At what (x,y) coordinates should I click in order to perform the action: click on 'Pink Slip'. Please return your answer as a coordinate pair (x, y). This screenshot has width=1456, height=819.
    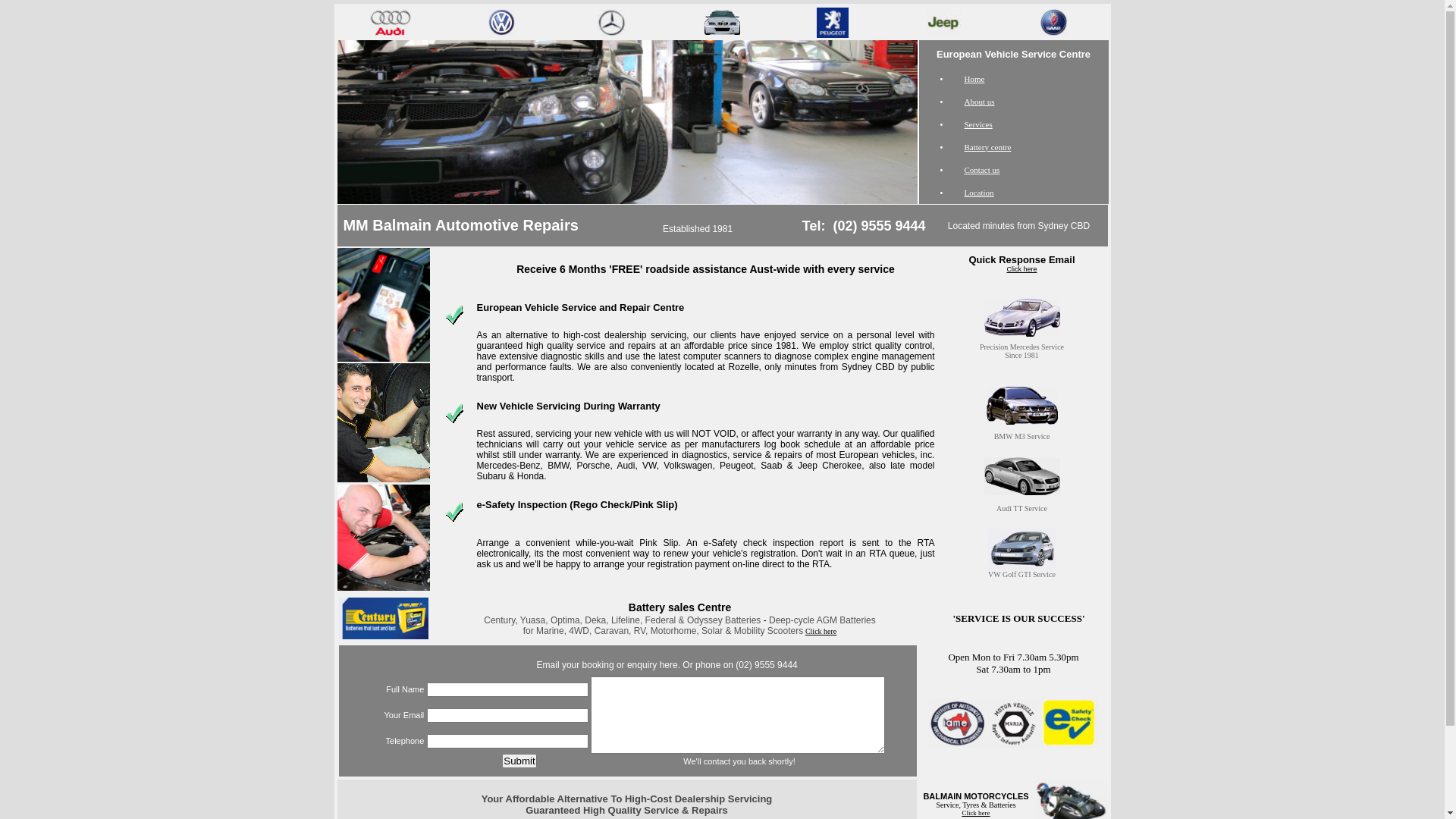
    Looking at the image, I should click on (639, 542).